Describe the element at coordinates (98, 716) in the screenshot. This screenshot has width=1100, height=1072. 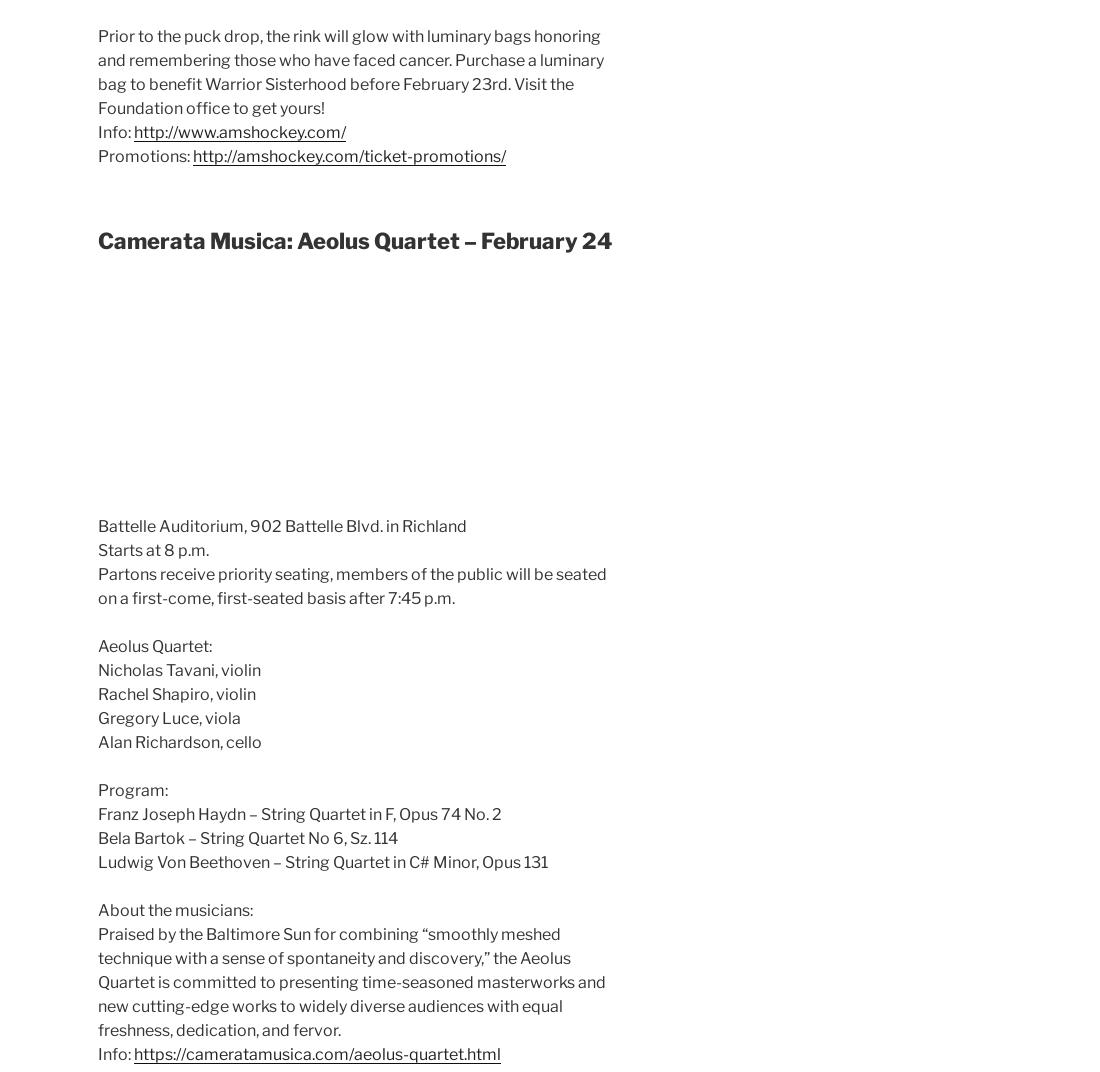
I see `'Gregory Luce, viola'` at that location.